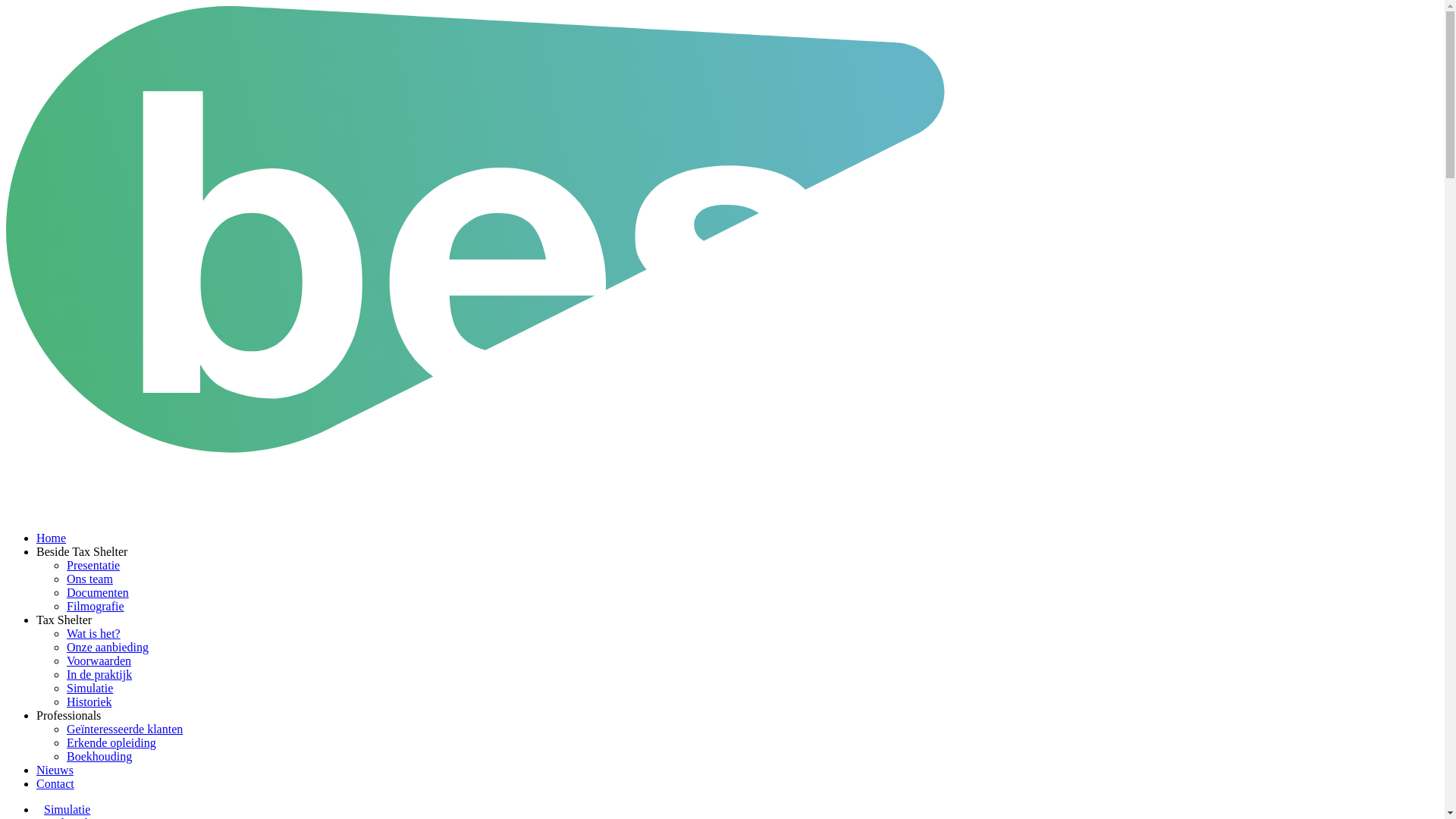 The width and height of the screenshot is (1456, 819). What do you see at coordinates (65, 742) in the screenshot?
I see `'Erkende opleiding'` at bounding box center [65, 742].